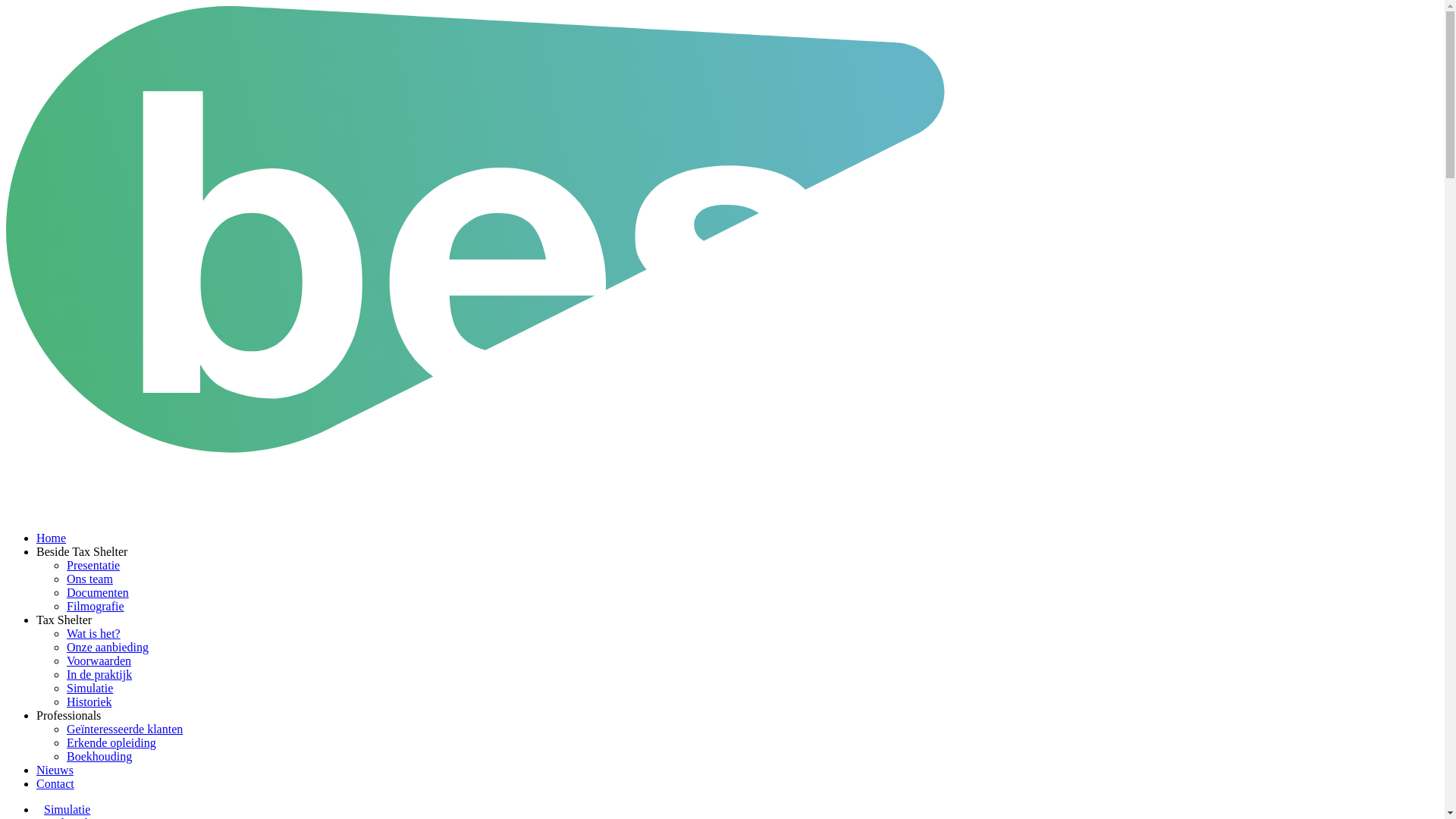 The width and height of the screenshot is (1456, 819). What do you see at coordinates (65, 742) in the screenshot?
I see `'Erkende opleiding'` at bounding box center [65, 742].